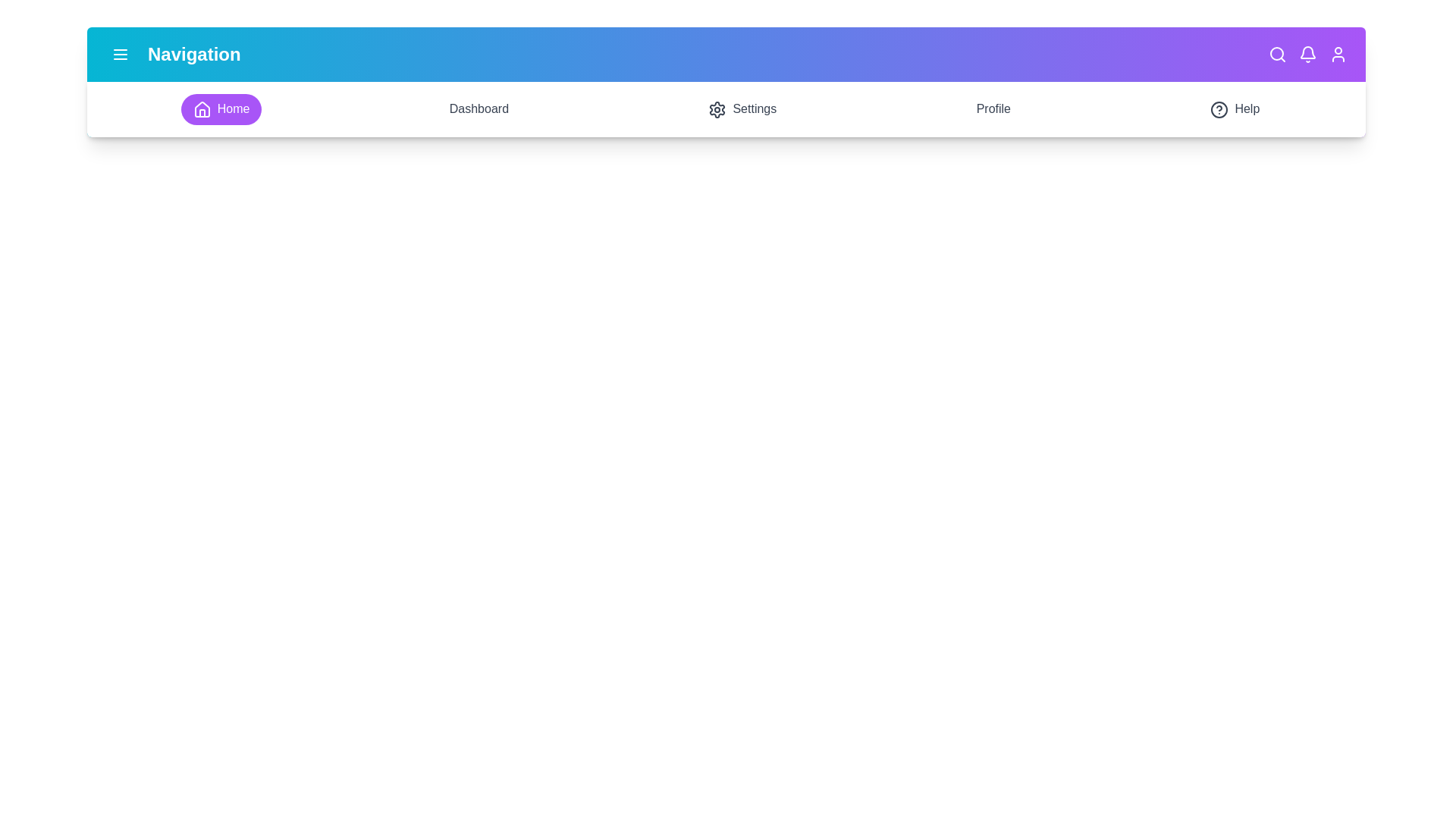  I want to click on the Profile section in the navigation bar, so click(993, 108).